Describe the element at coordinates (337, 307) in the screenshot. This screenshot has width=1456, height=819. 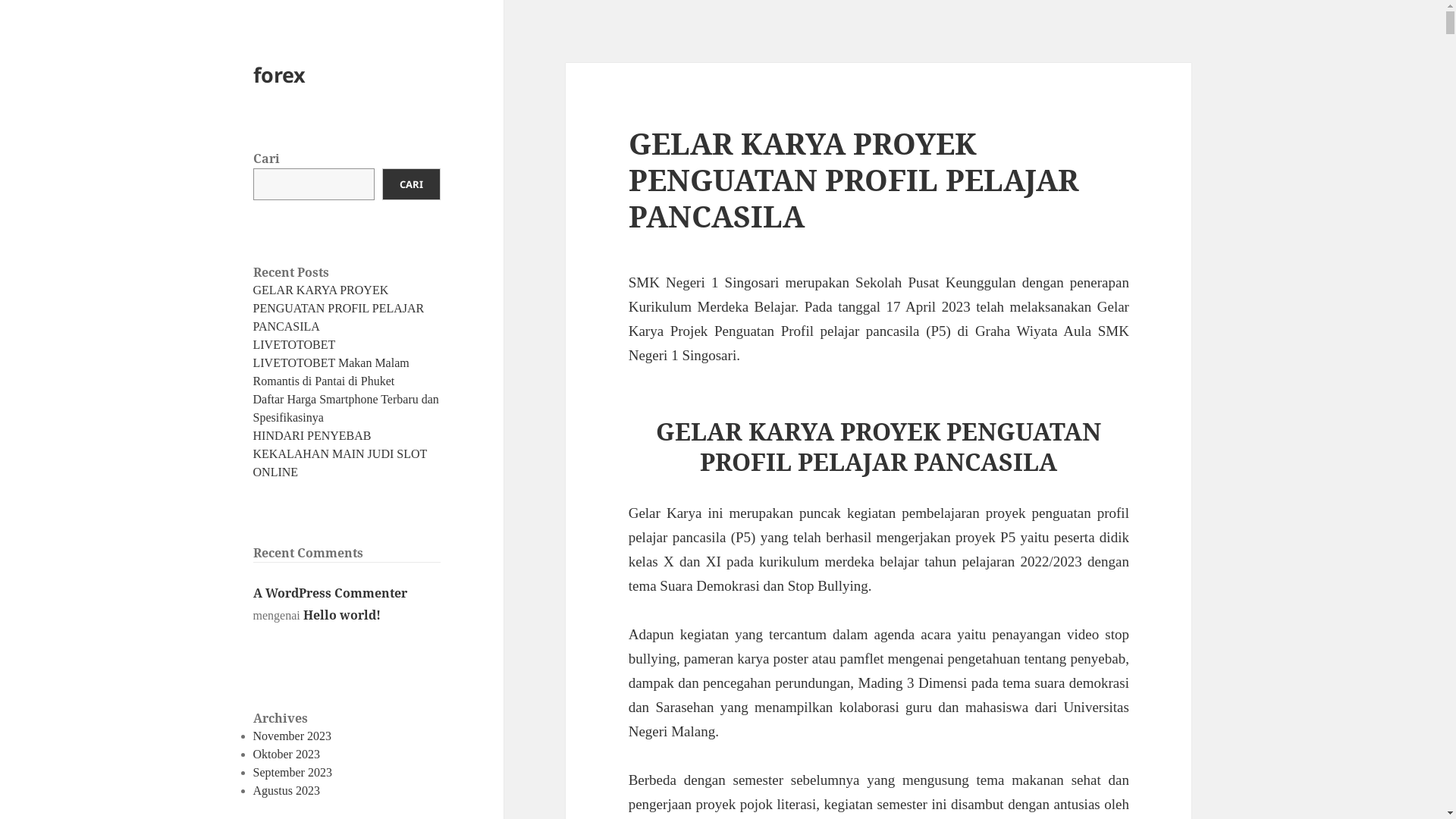
I see `'GELAR KARYA PROYEK PENGUATAN PROFIL PELAJAR PANCASILA'` at that location.